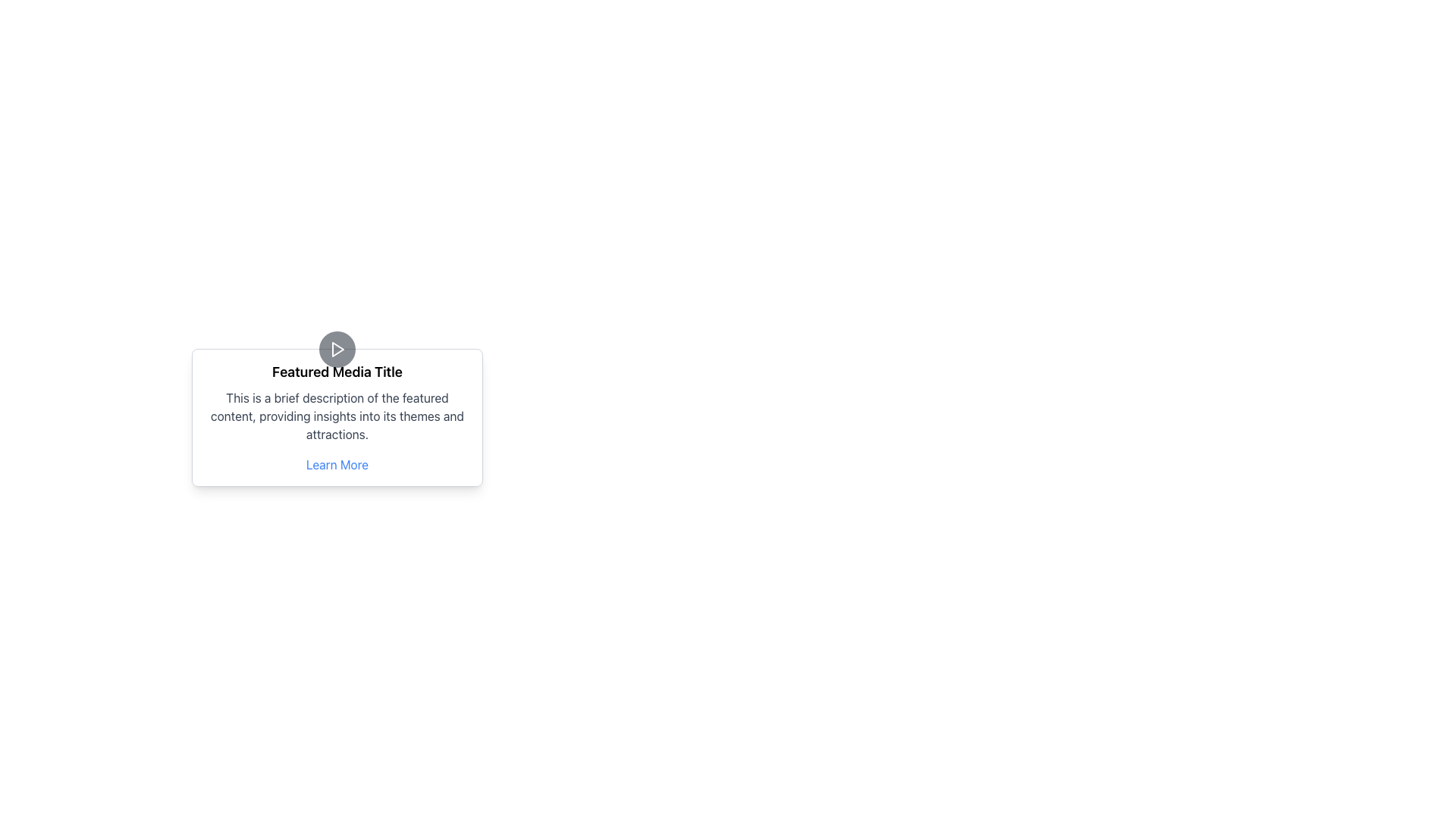 The image size is (1456, 819). What do you see at coordinates (337, 350) in the screenshot?
I see `the circular button with a gray background and a white triangular play icon at its center to play the media` at bounding box center [337, 350].